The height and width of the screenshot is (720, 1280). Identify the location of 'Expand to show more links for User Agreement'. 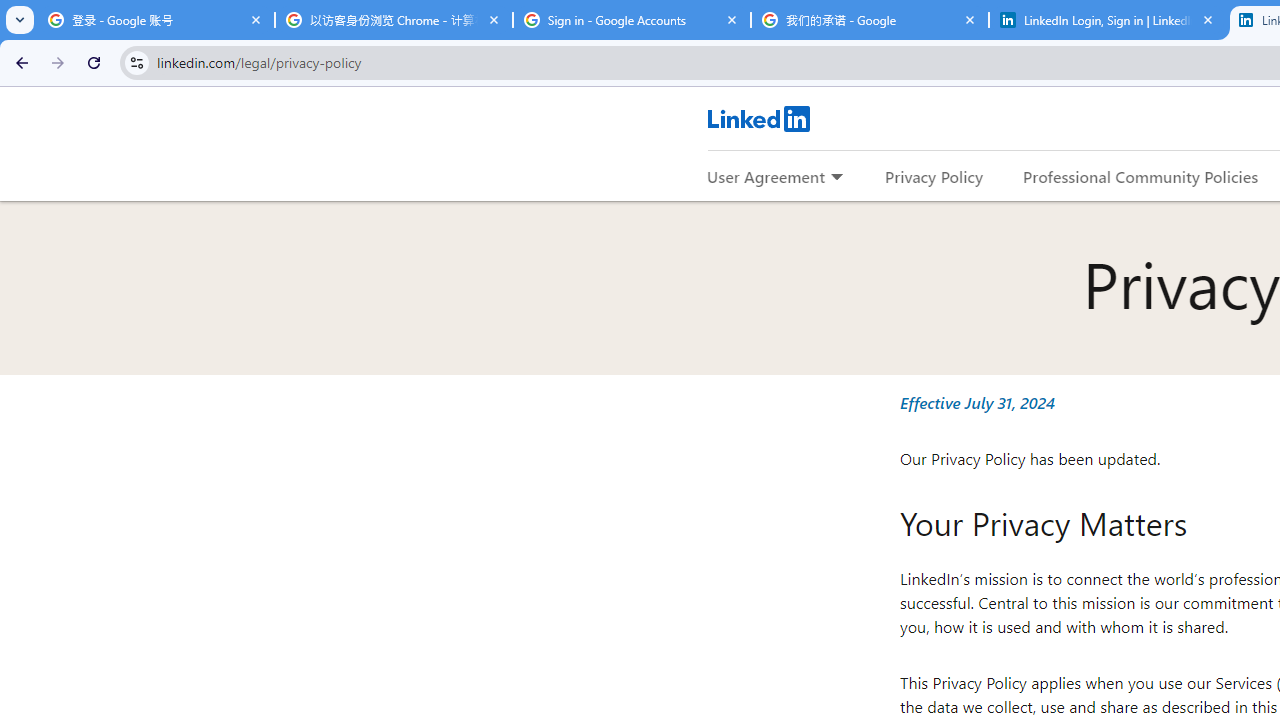
(836, 177).